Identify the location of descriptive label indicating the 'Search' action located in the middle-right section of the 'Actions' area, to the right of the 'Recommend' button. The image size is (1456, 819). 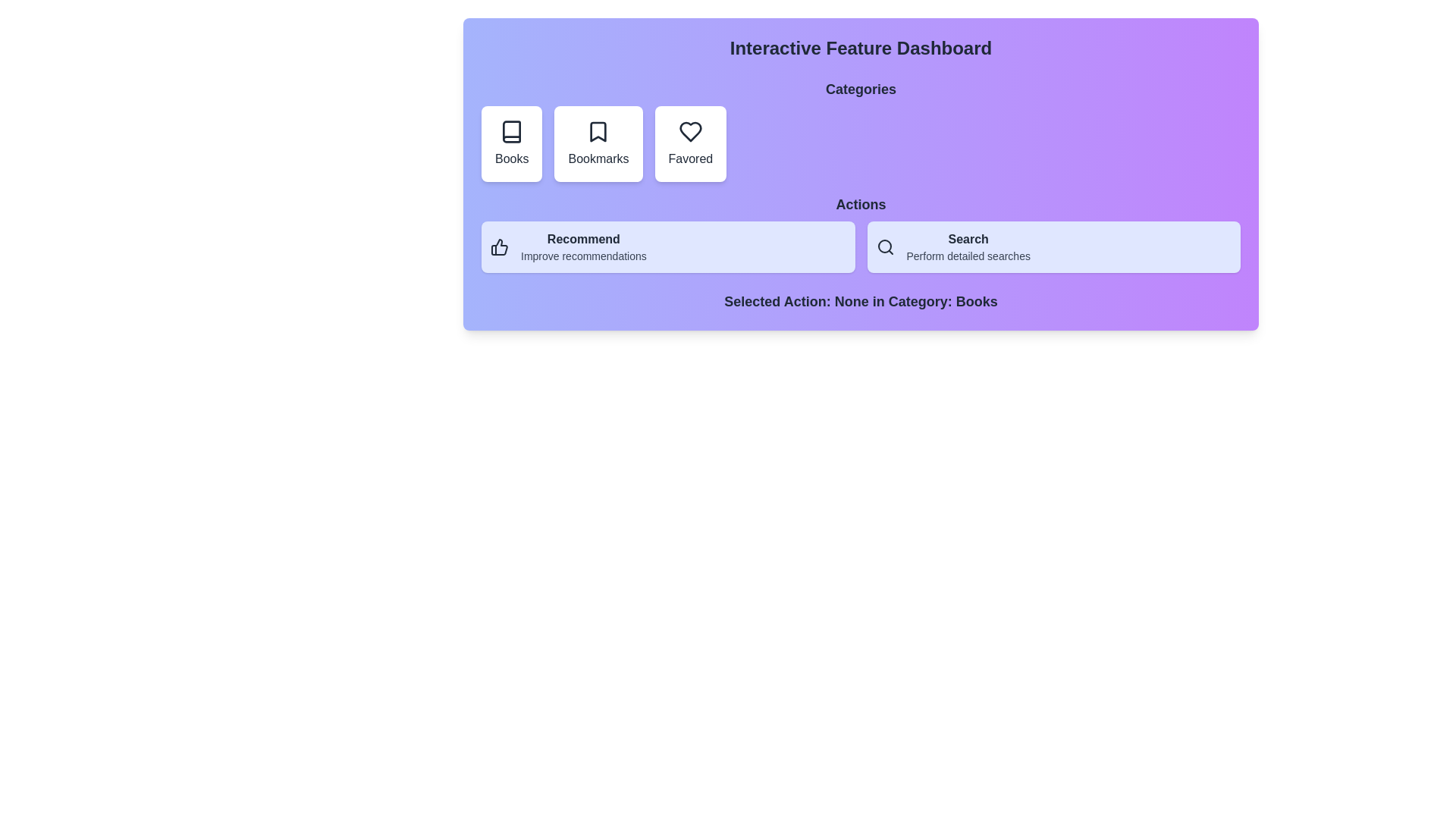
(968, 246).